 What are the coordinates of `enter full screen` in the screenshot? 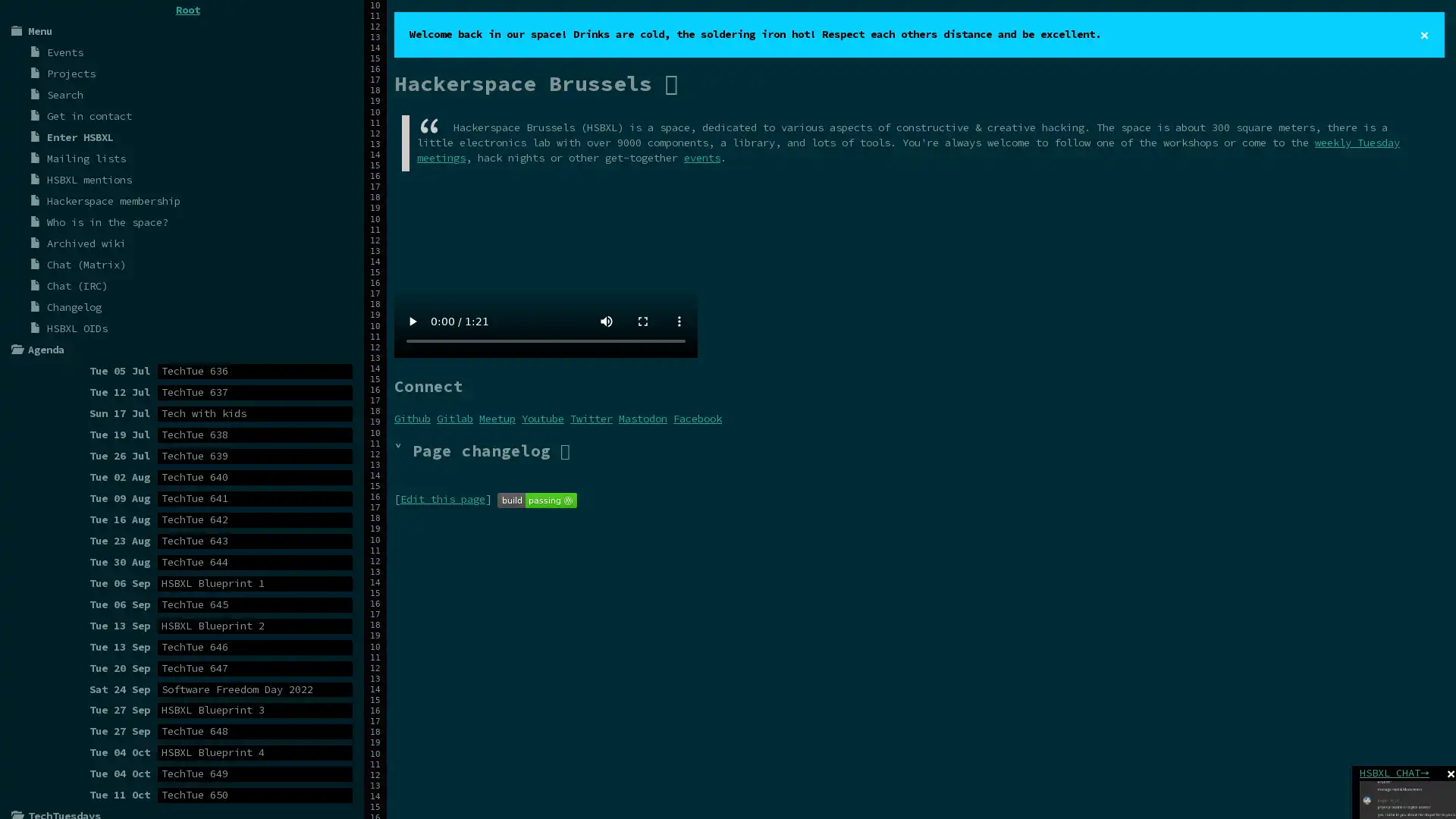 It's located at (643, 320).